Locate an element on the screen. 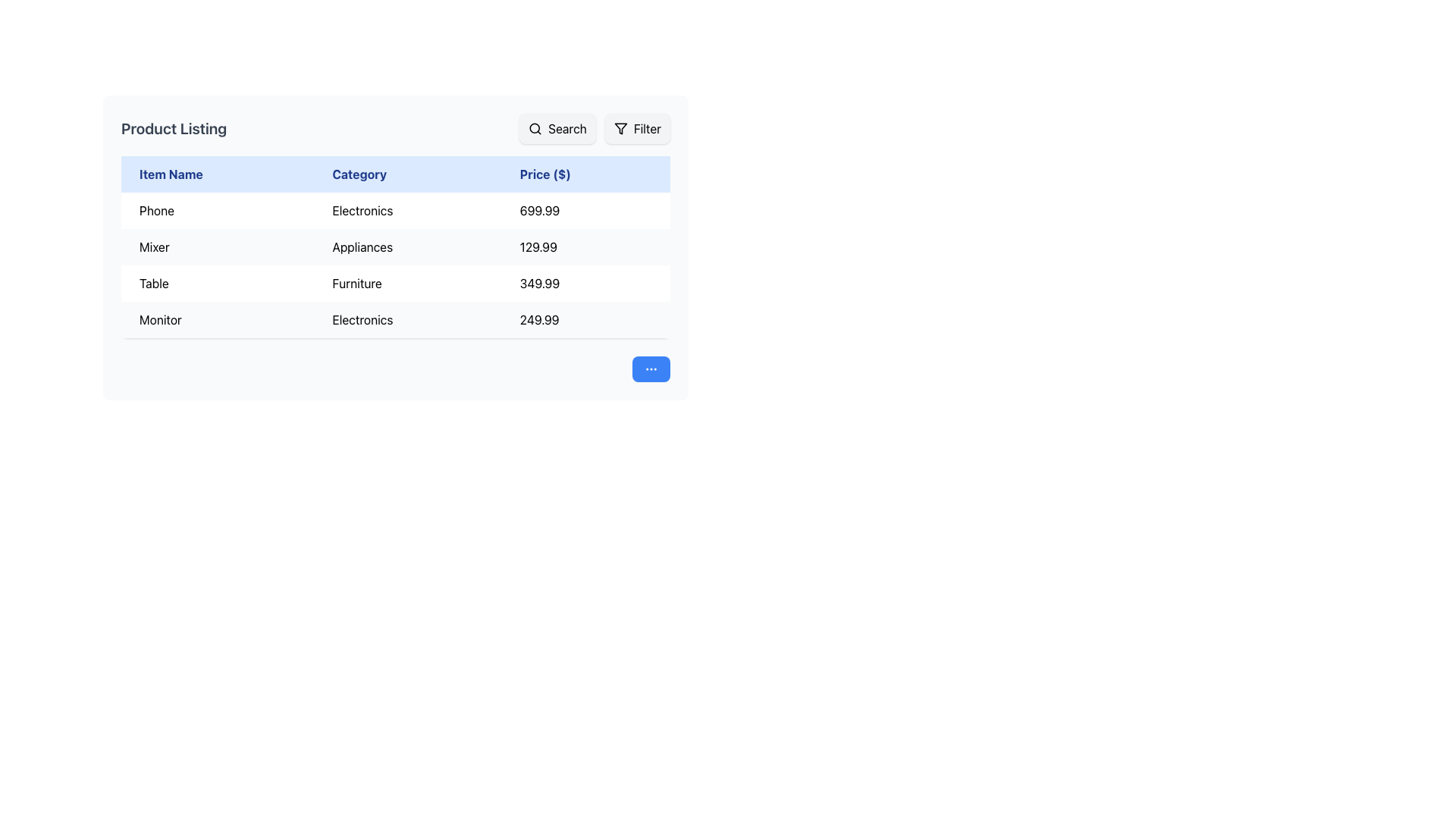 This screenshot has width=1456, height=819. the price display element showing '129.99' in bold black font under the 'Price ($)' column for the product 'Mixer' is located at coordinates (585, 246).